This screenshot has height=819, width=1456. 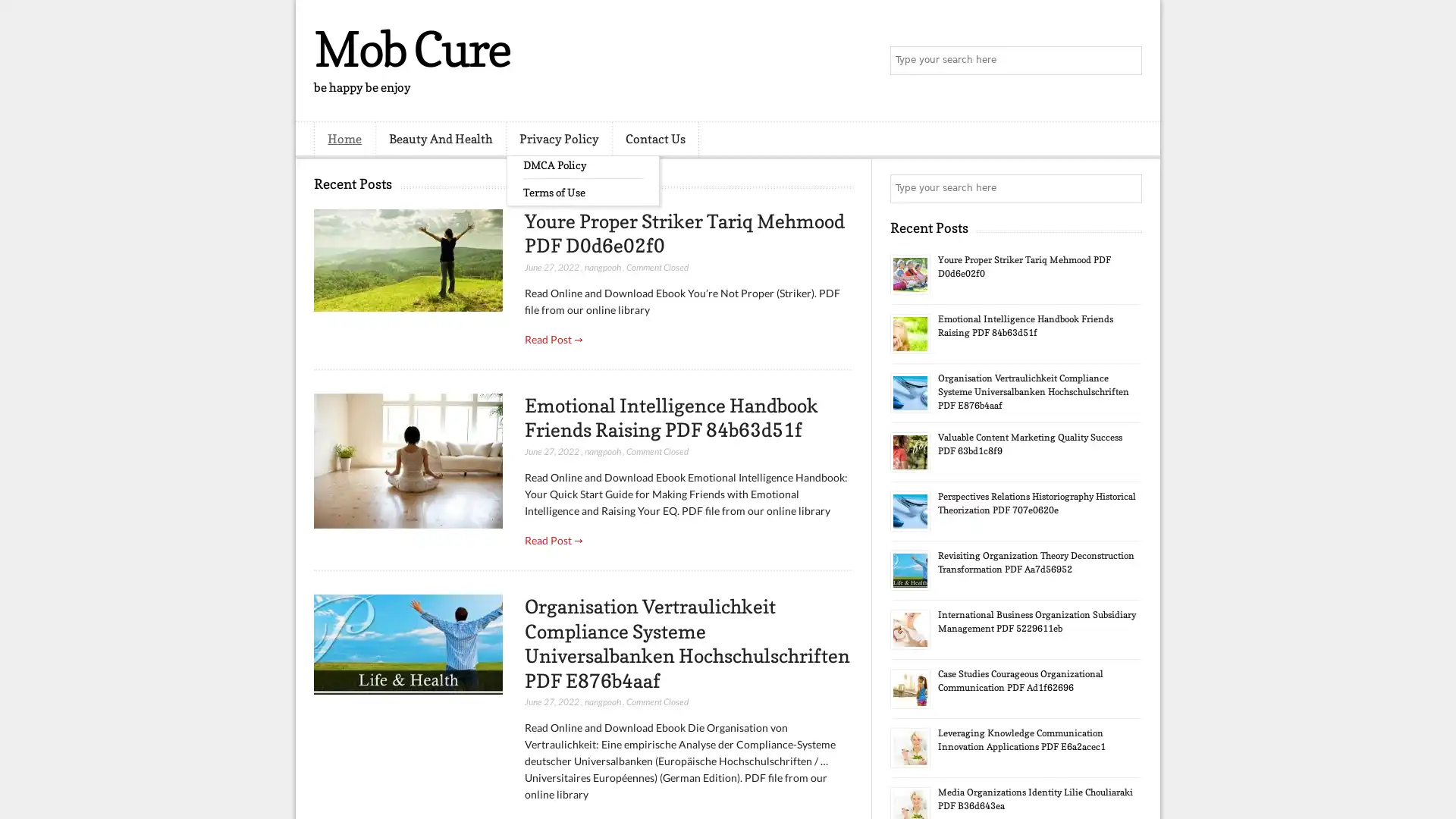 What do you see at coordinates (1126, 188) in the screenshot?
I see `Search` at bounding box center [1126, 188].